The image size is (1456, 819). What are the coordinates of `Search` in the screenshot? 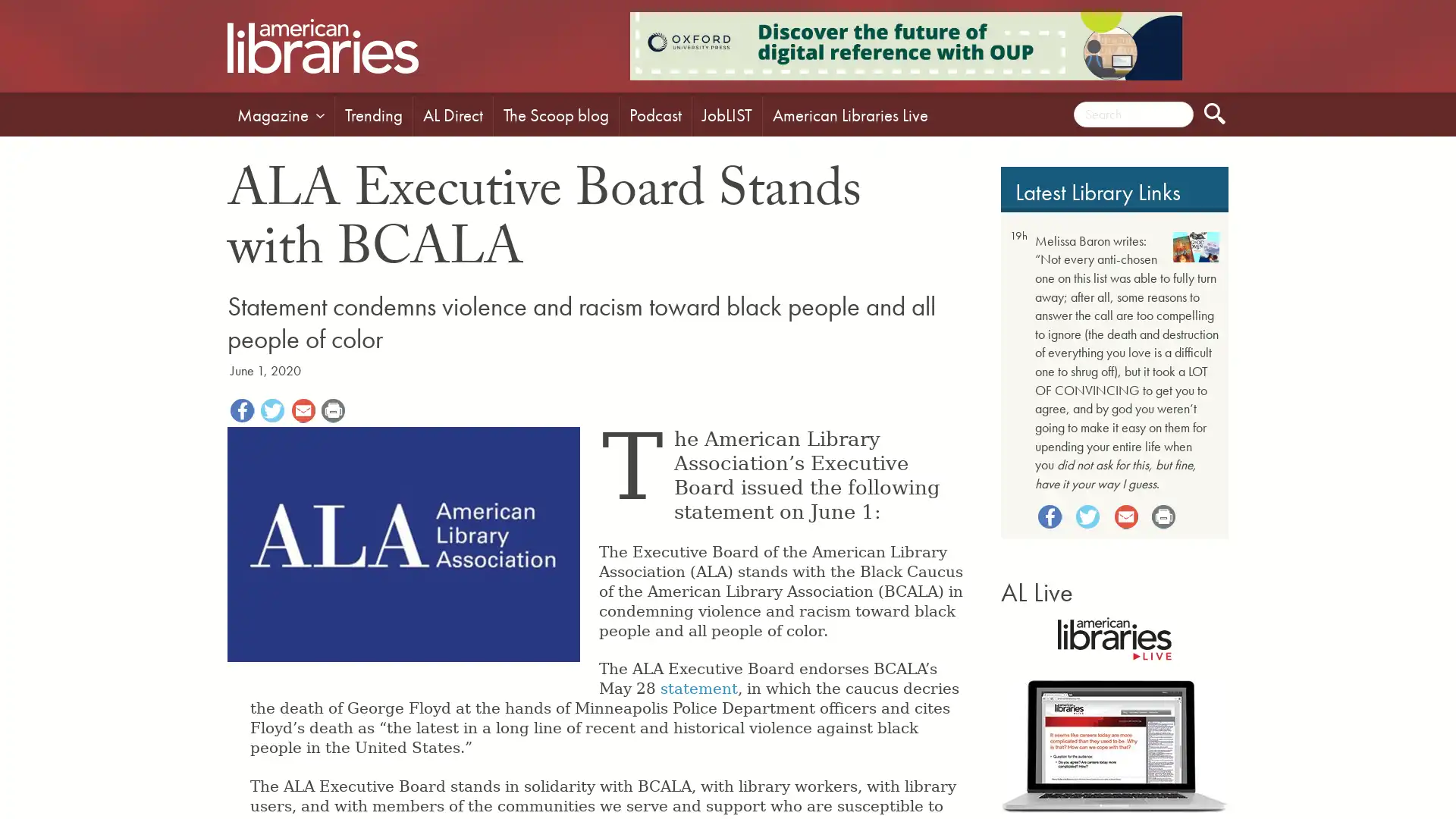 It's located at (1215, 113).